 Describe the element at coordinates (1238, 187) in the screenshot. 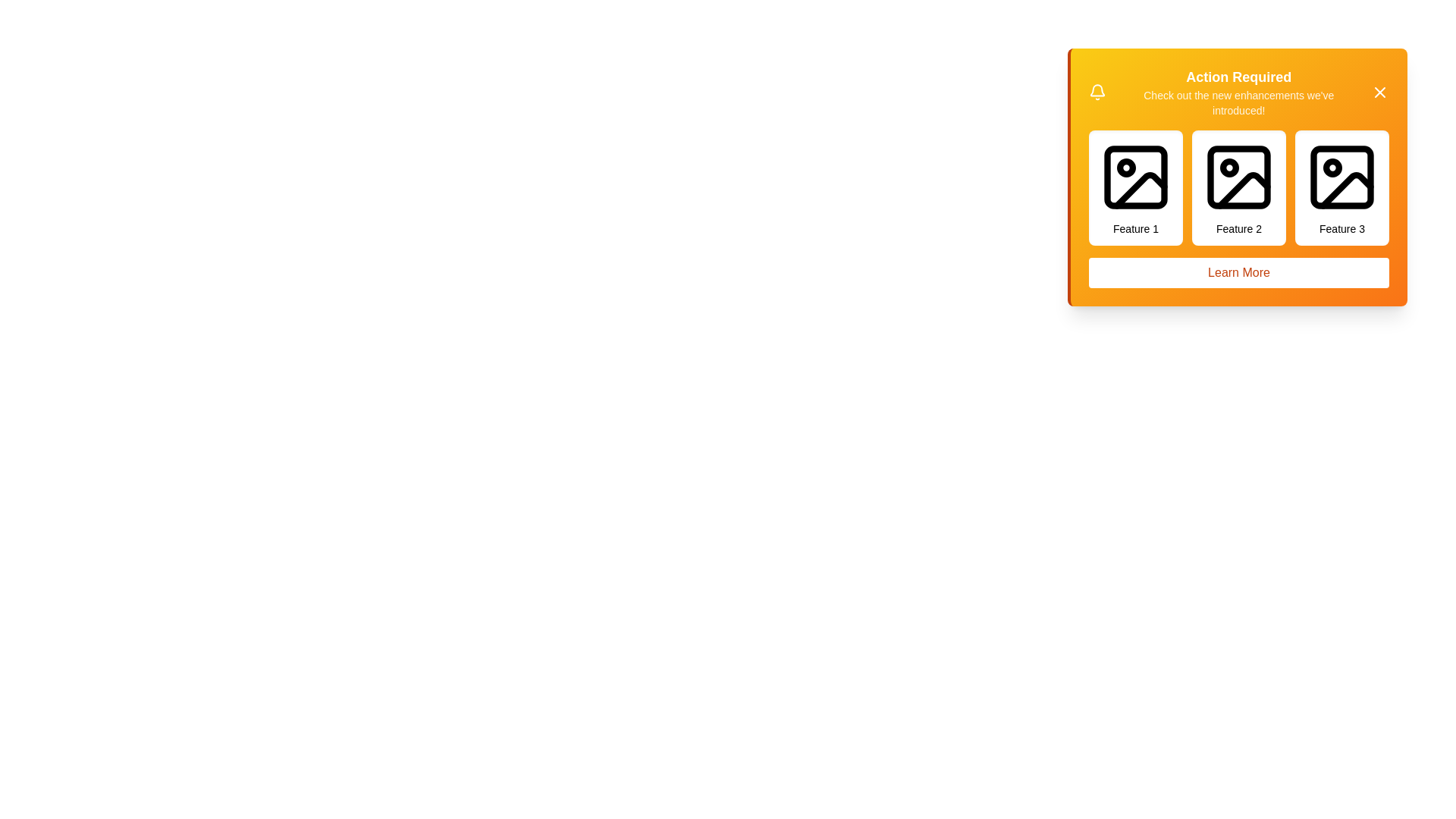

I see `the center of the 'Feature 2' component to inspect its image or text` at that location.